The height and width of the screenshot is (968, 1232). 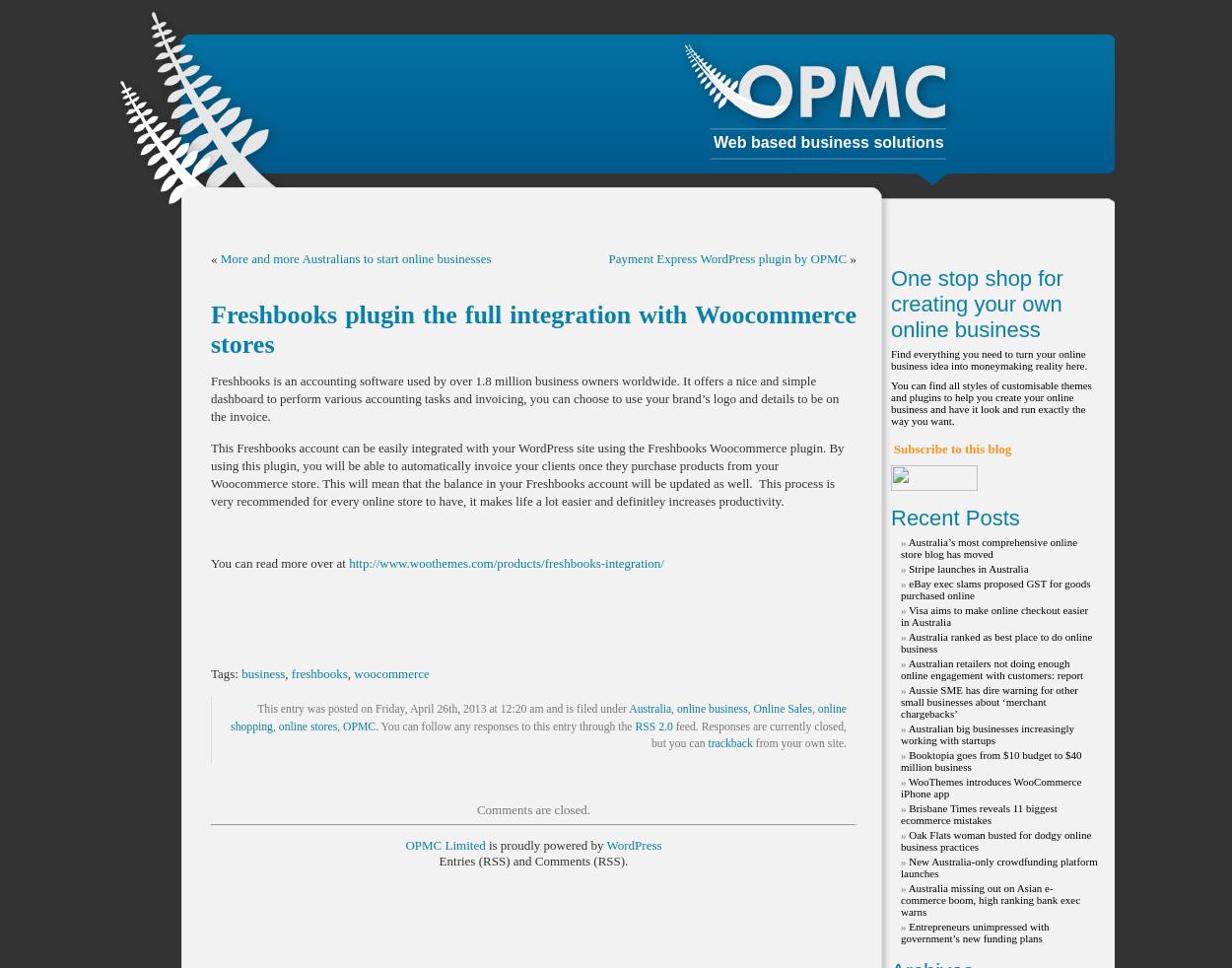 What do you see at coordinates (991, 787) in the screenshot?
I see `'WooThemes introduces WooCommerce iPhone app'` at bounding box center [991, 787].